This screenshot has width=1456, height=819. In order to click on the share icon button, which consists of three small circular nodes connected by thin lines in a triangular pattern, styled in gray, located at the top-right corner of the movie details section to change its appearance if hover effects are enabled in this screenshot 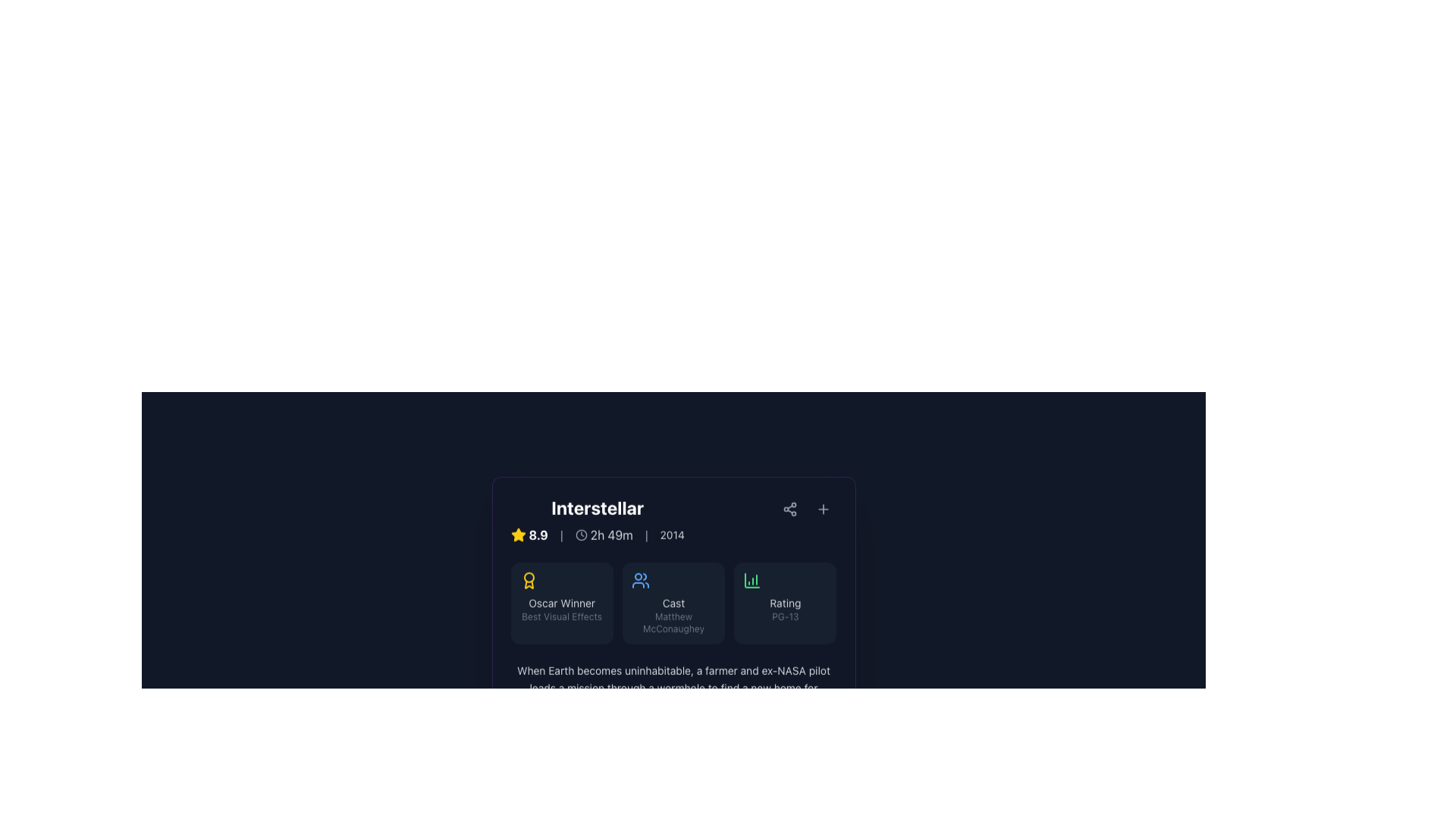, I will do `click(789, 509)`.